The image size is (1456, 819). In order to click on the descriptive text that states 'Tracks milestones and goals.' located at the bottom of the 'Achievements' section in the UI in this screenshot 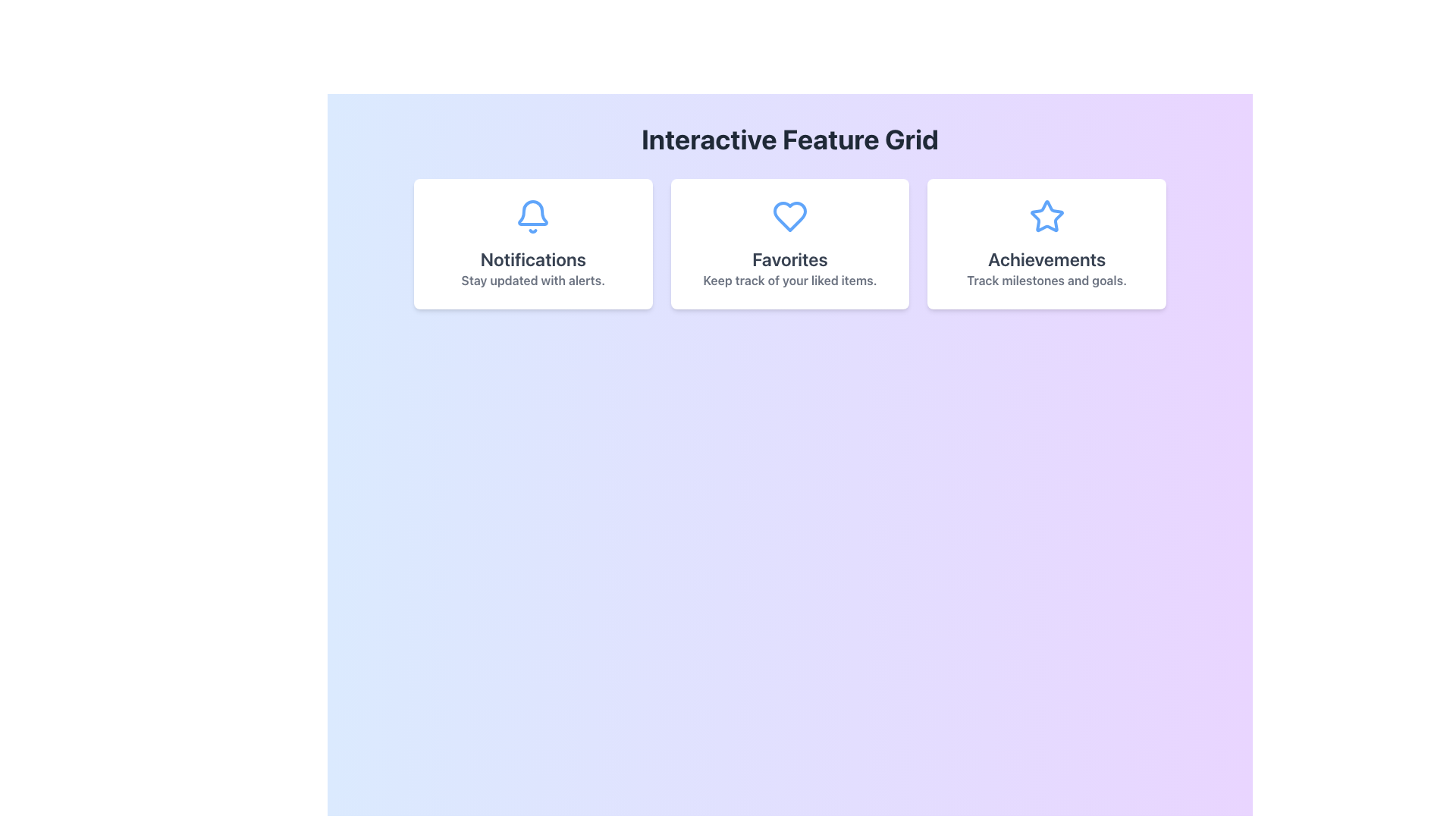, I will do `click(1046, 281)`.